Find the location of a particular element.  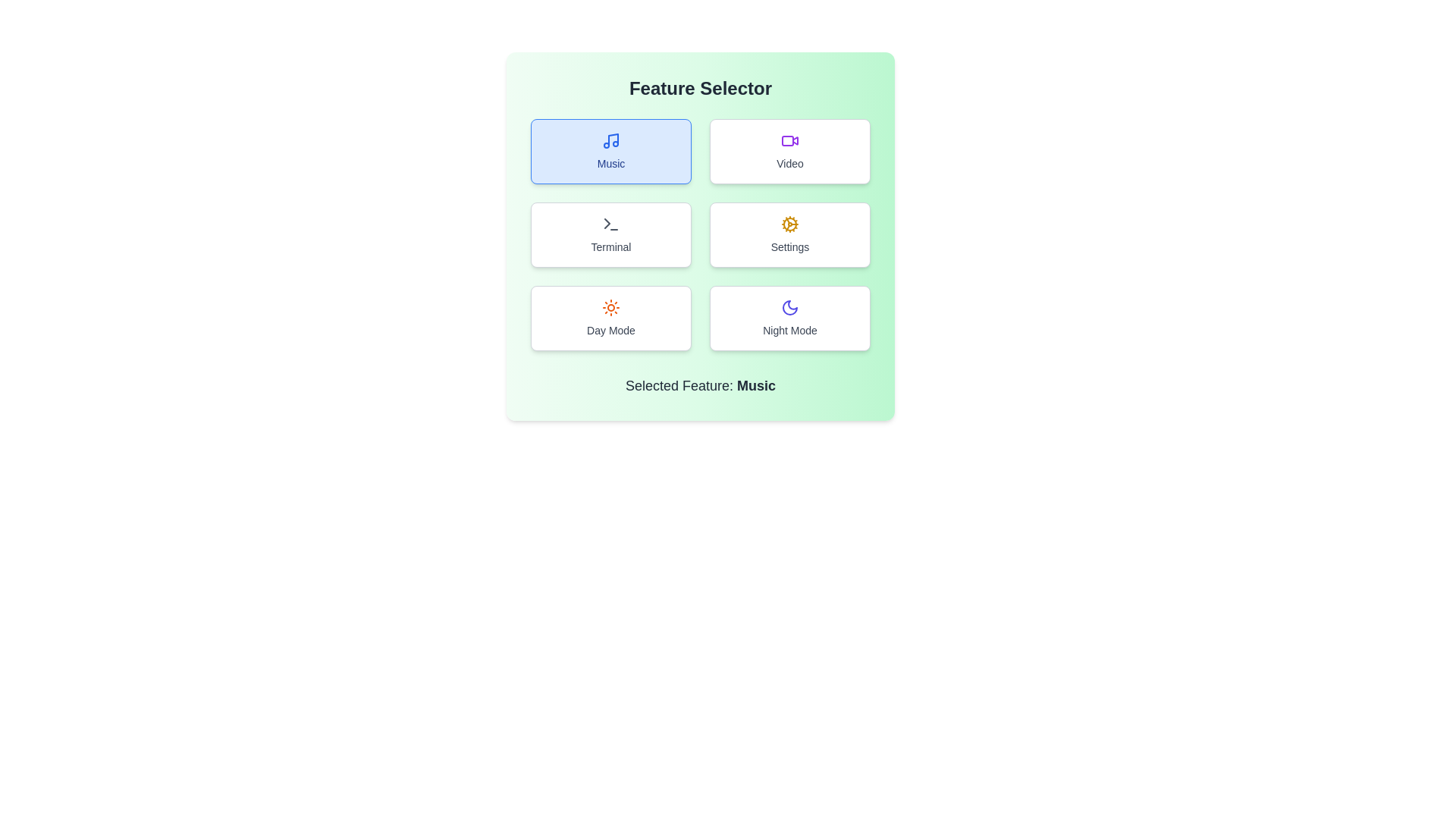

the 'Day Mode' button located in the bottom-left cell of the 2x3 grid layout, which is the fifth element and is directly below the 'Terminal' button and to the left of the 'Night Mode' button is located at coordinates (611, 318).